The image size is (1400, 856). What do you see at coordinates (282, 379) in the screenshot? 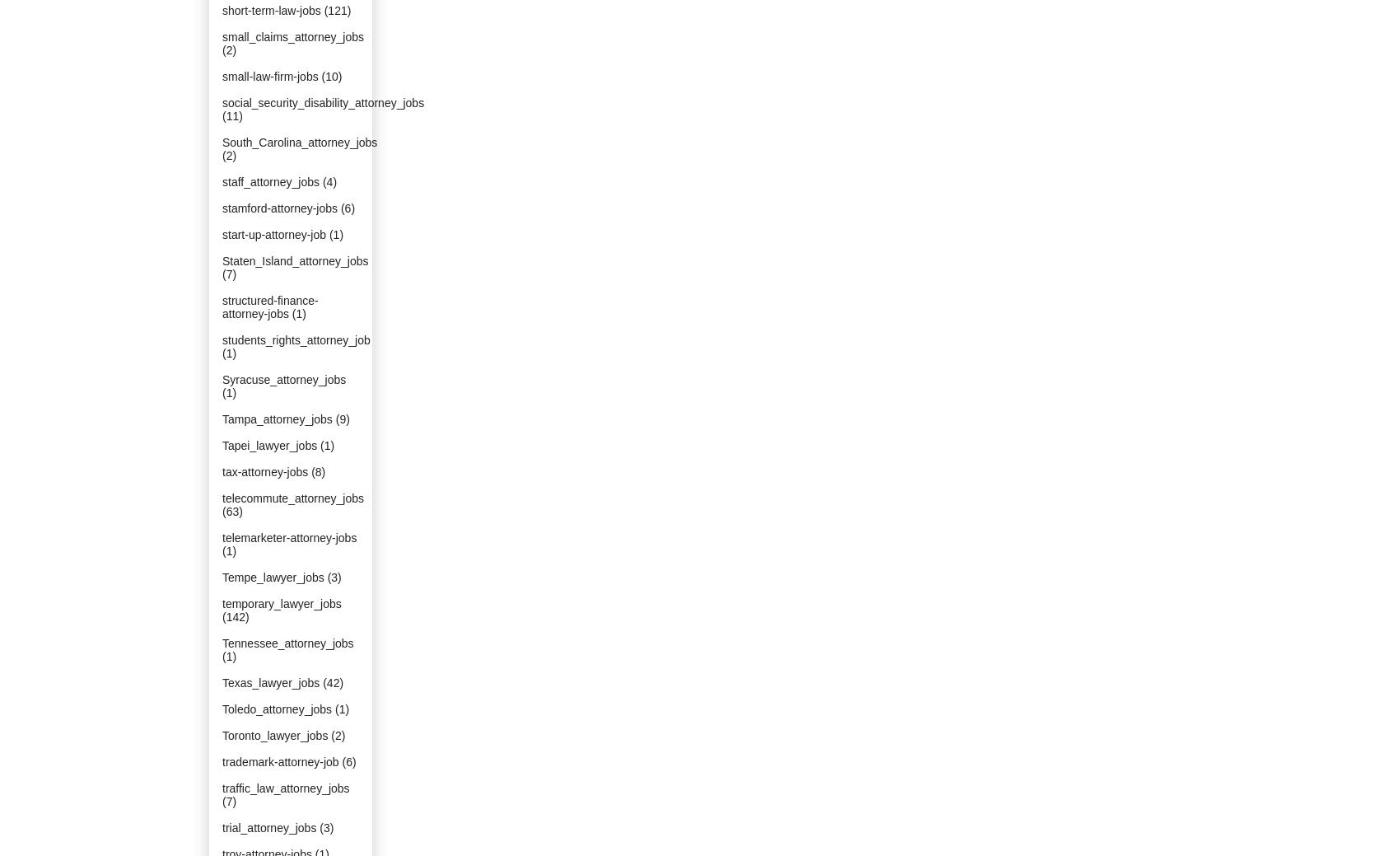
I see `'Syracuse_attorney_jobs'` at bounding box center [282, 379].